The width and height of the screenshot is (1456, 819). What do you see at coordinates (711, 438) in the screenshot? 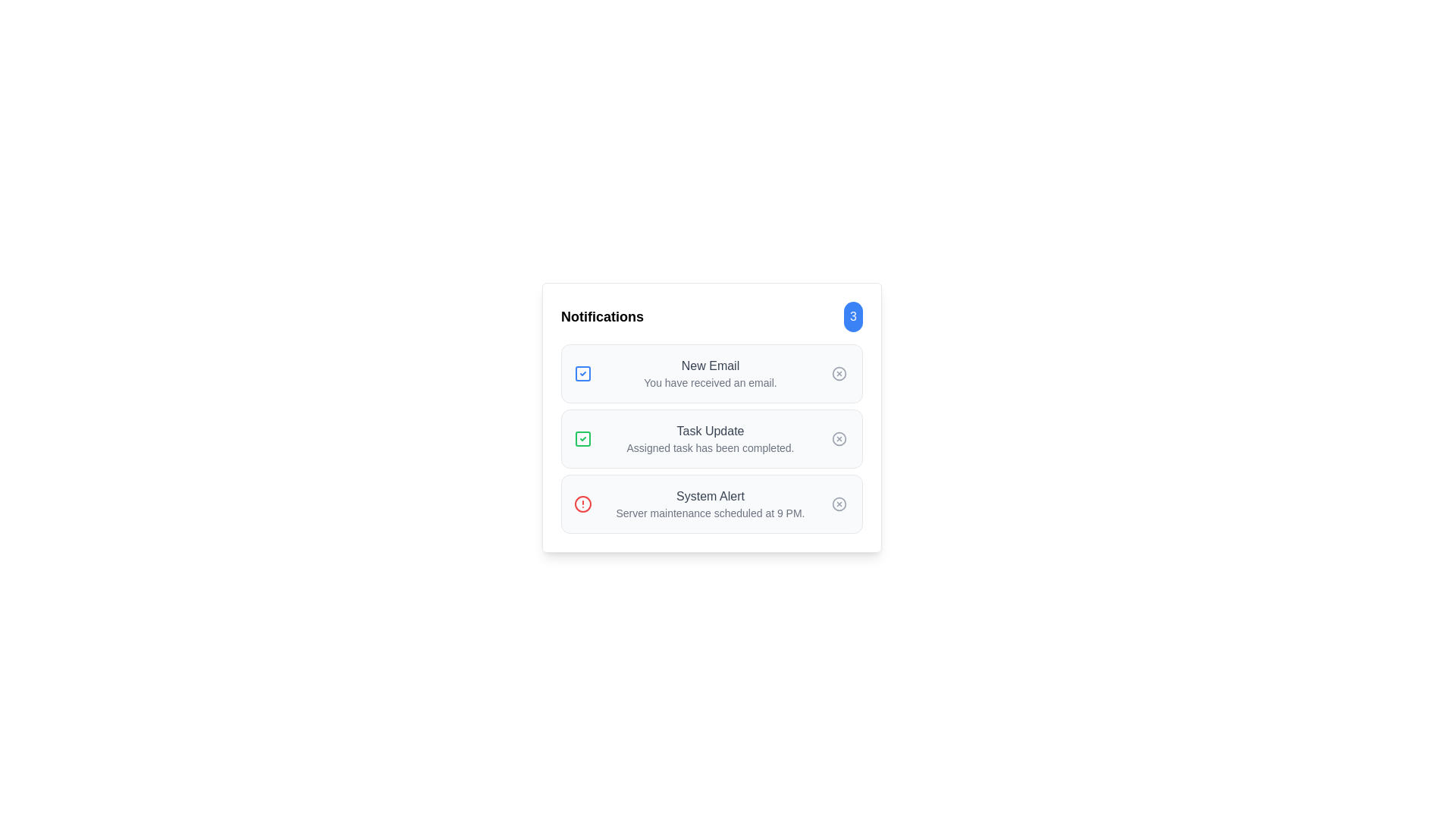
I see `title 'Task Update' and the description 'Assigned task has been completed' from the notification entry that is the second in the list, featuring a green checkmark icon and a light gray background` at bounding box center [711, 438].